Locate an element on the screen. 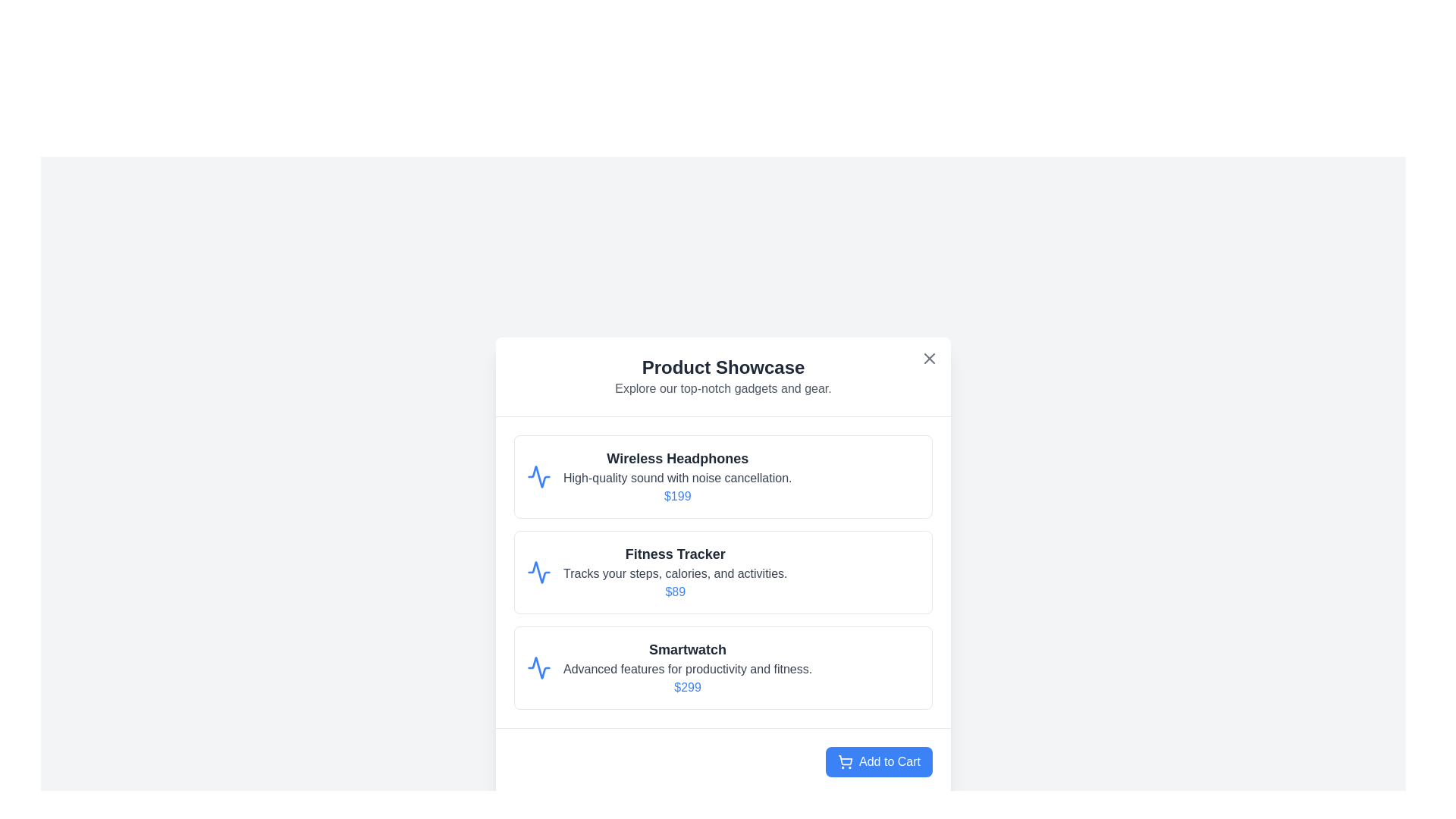 The image size is (1456, 819). the title text 'Product Showcase', which is styled in bold and large dark gray font, positioned at the top of the section above the description text is located at coordinates (723, 368).